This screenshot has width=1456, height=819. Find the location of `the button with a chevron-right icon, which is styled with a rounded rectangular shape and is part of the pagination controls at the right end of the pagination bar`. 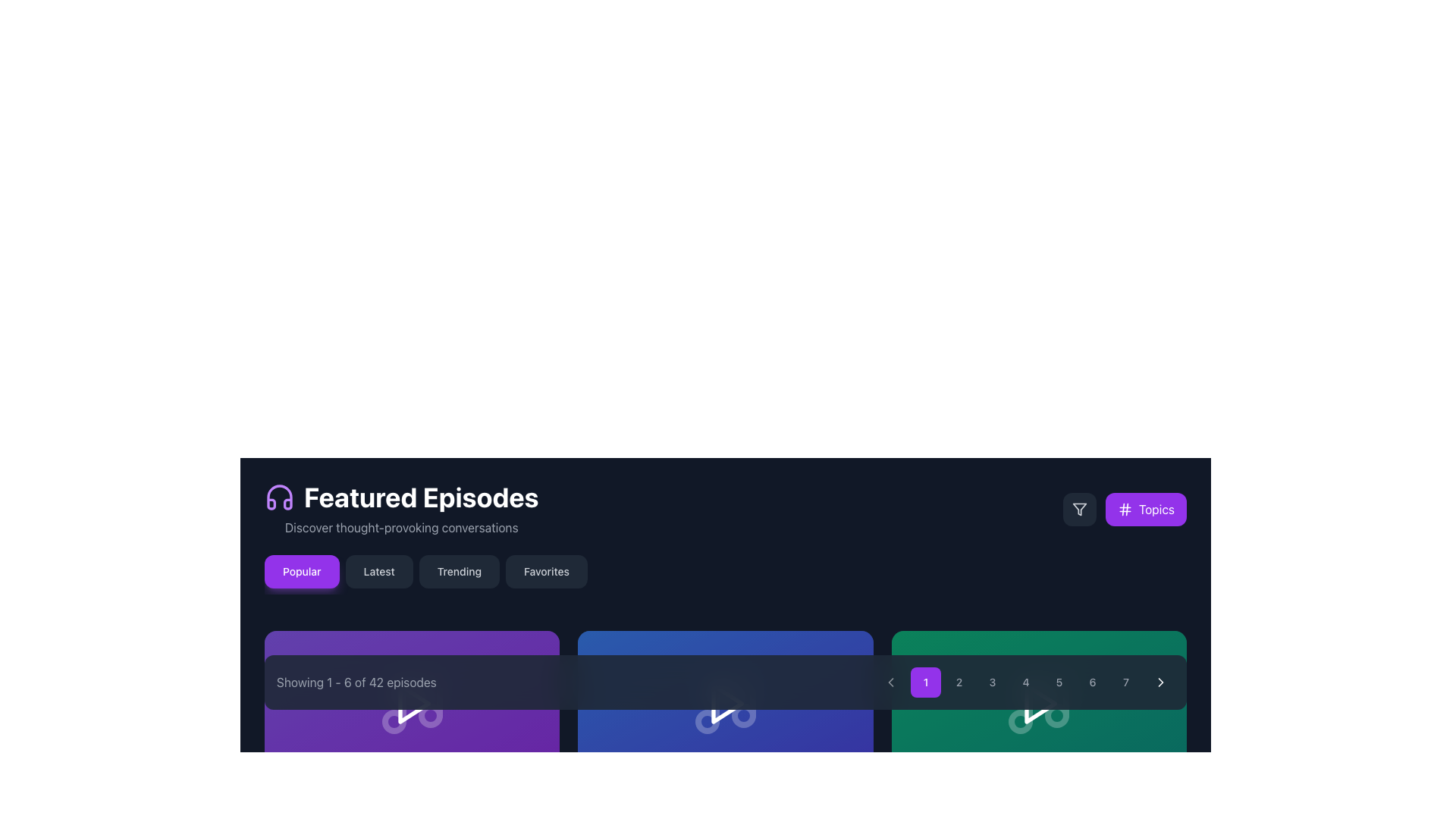

the button with a chevron-right icon, which is styled with a rounded rectangular shape and is part of the pagination controls at the right end of the pagination bar is located at coordinates (1160, 681).